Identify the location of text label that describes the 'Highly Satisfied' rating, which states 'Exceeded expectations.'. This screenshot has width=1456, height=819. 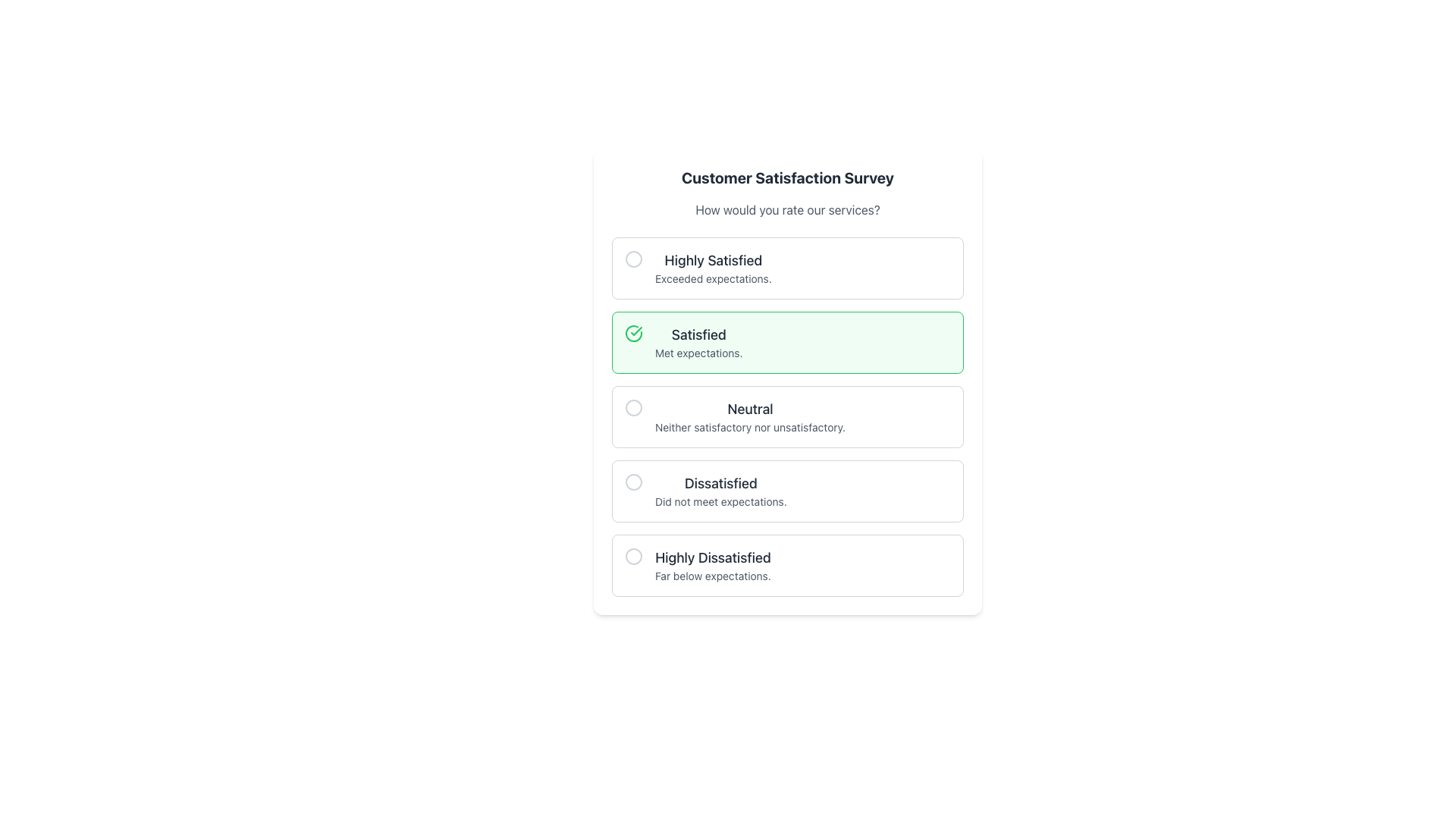
(712, 268).